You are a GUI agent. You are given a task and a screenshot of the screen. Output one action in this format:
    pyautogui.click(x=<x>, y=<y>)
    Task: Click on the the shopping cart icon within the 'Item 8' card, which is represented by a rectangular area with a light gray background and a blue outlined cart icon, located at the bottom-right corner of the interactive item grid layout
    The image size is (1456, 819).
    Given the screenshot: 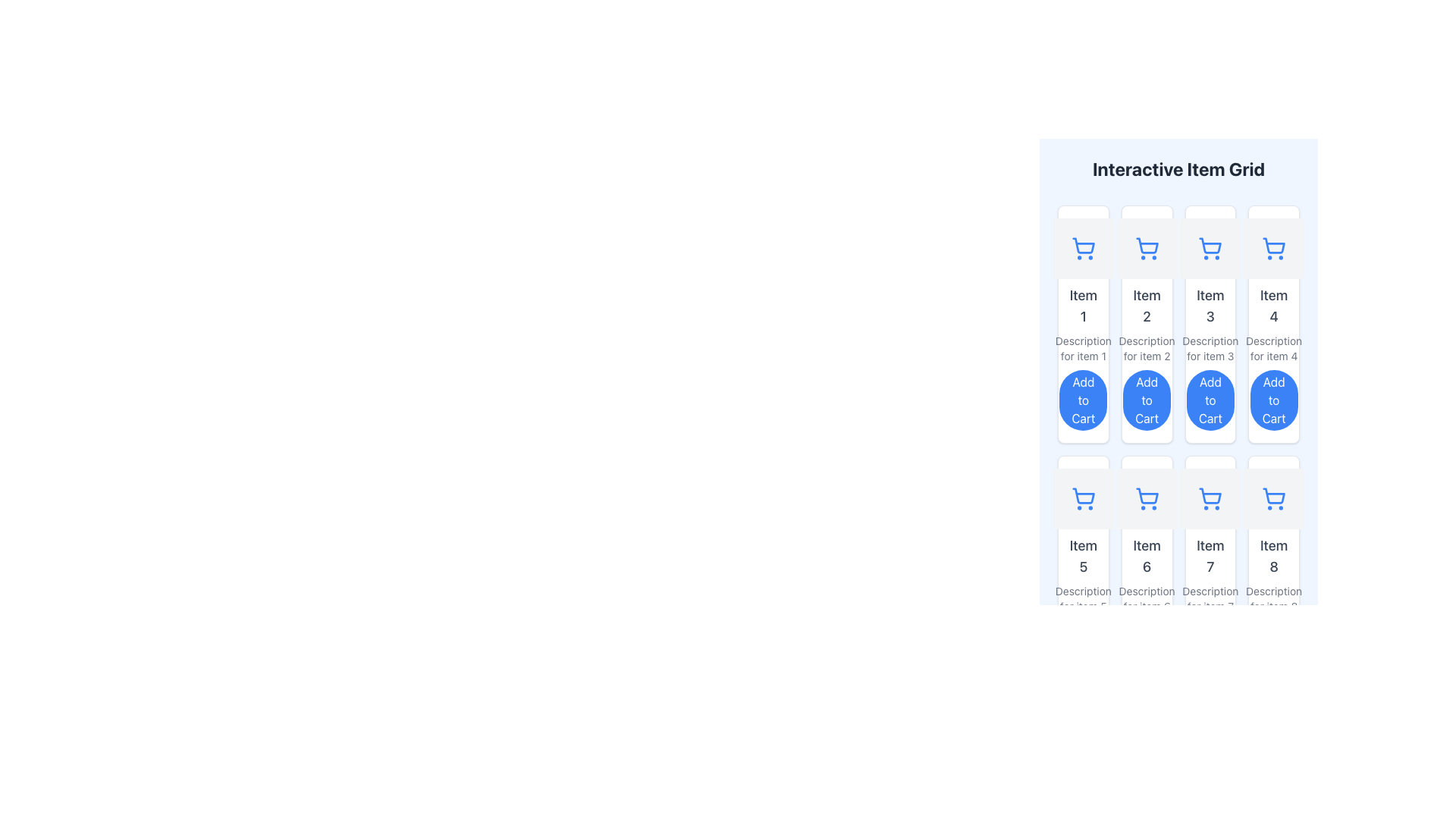 What is the action you would take?
    pyautogui.click(x=1274, y=499)
    